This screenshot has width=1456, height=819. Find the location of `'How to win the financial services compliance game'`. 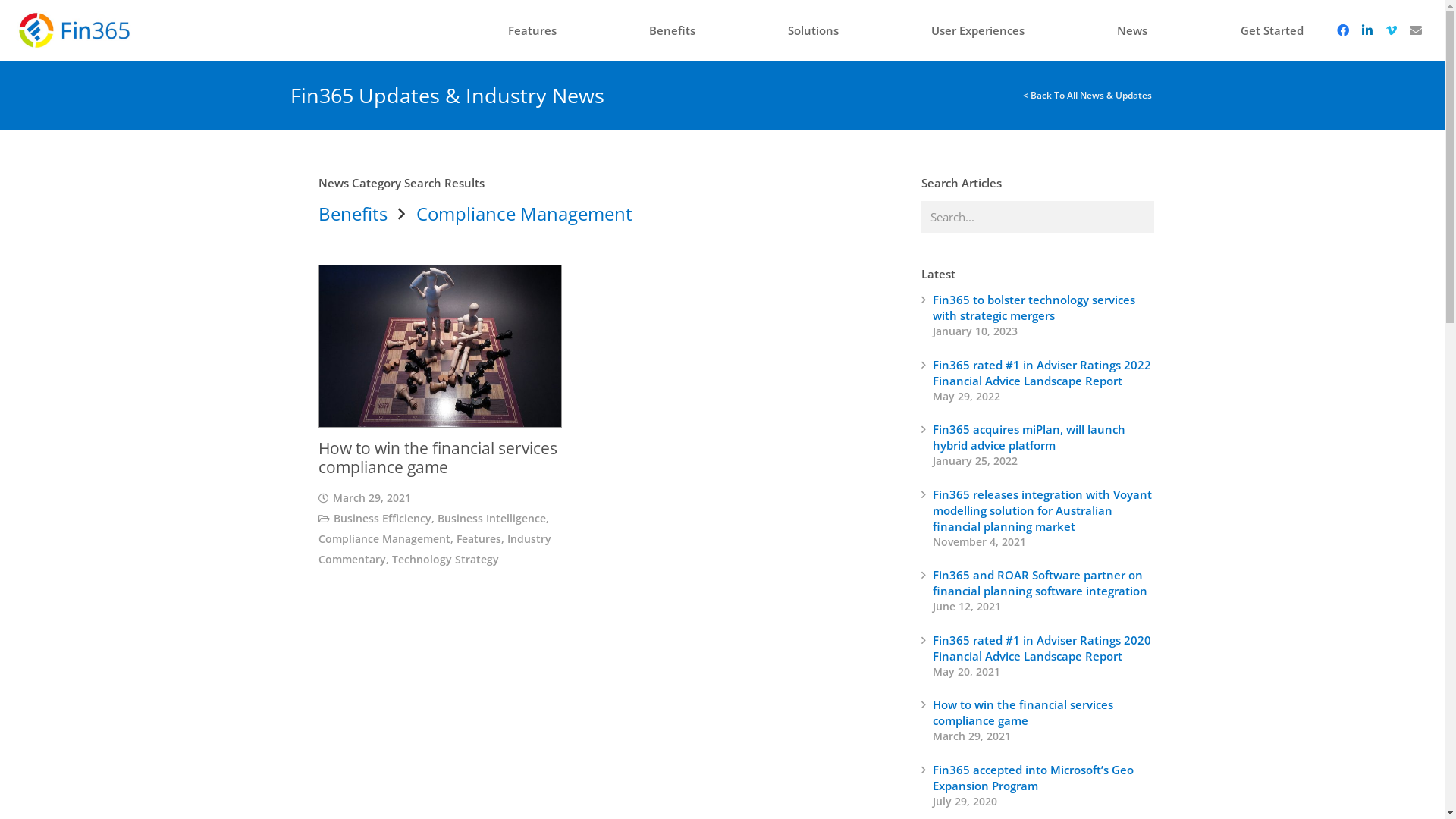

'How to win the financial services compliance game' is located at coordinates (1022, 712).